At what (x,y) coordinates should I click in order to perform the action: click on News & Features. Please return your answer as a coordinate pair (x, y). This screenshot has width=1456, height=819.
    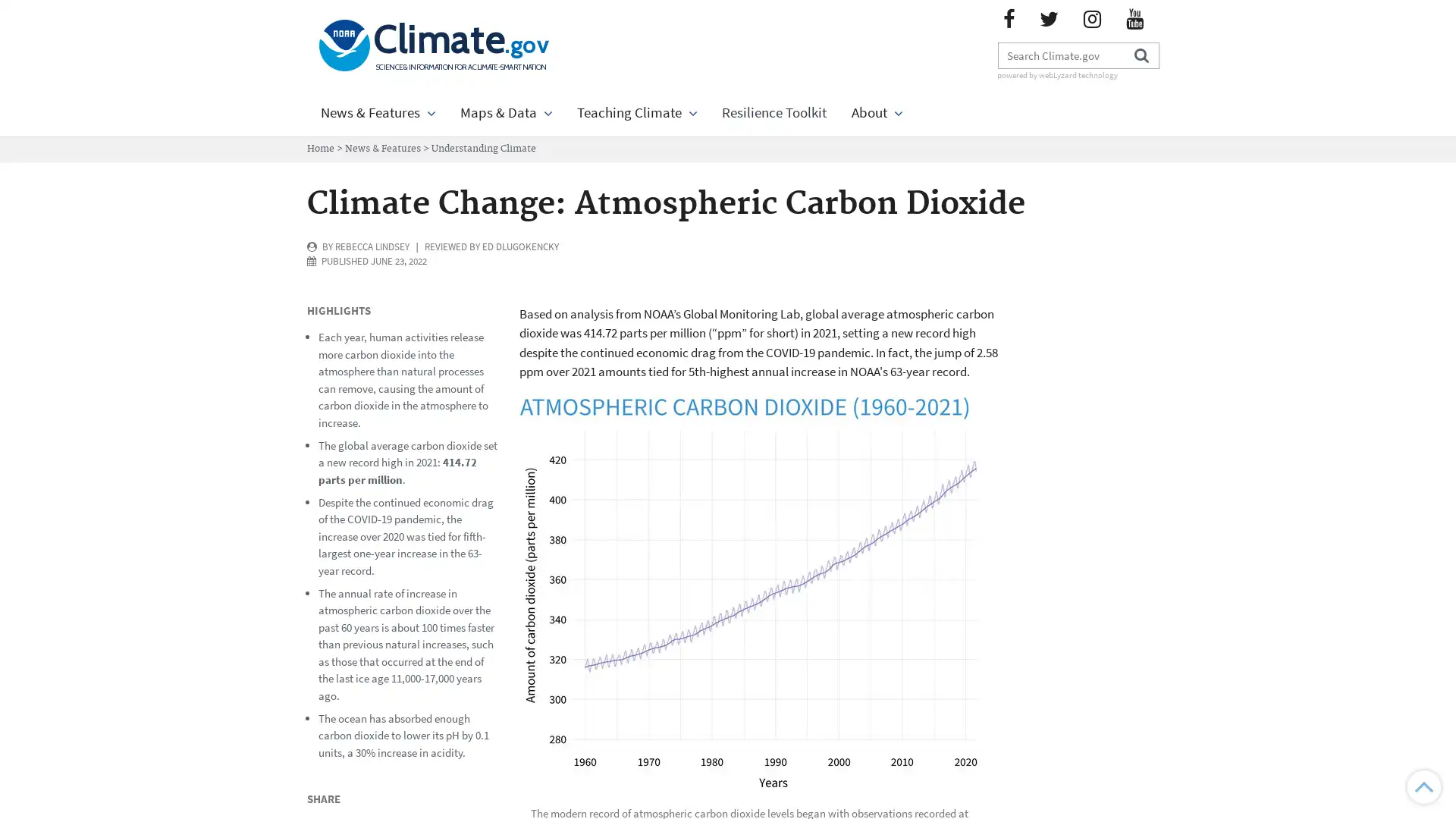
    Looking at the image, I should click on (378, 111).